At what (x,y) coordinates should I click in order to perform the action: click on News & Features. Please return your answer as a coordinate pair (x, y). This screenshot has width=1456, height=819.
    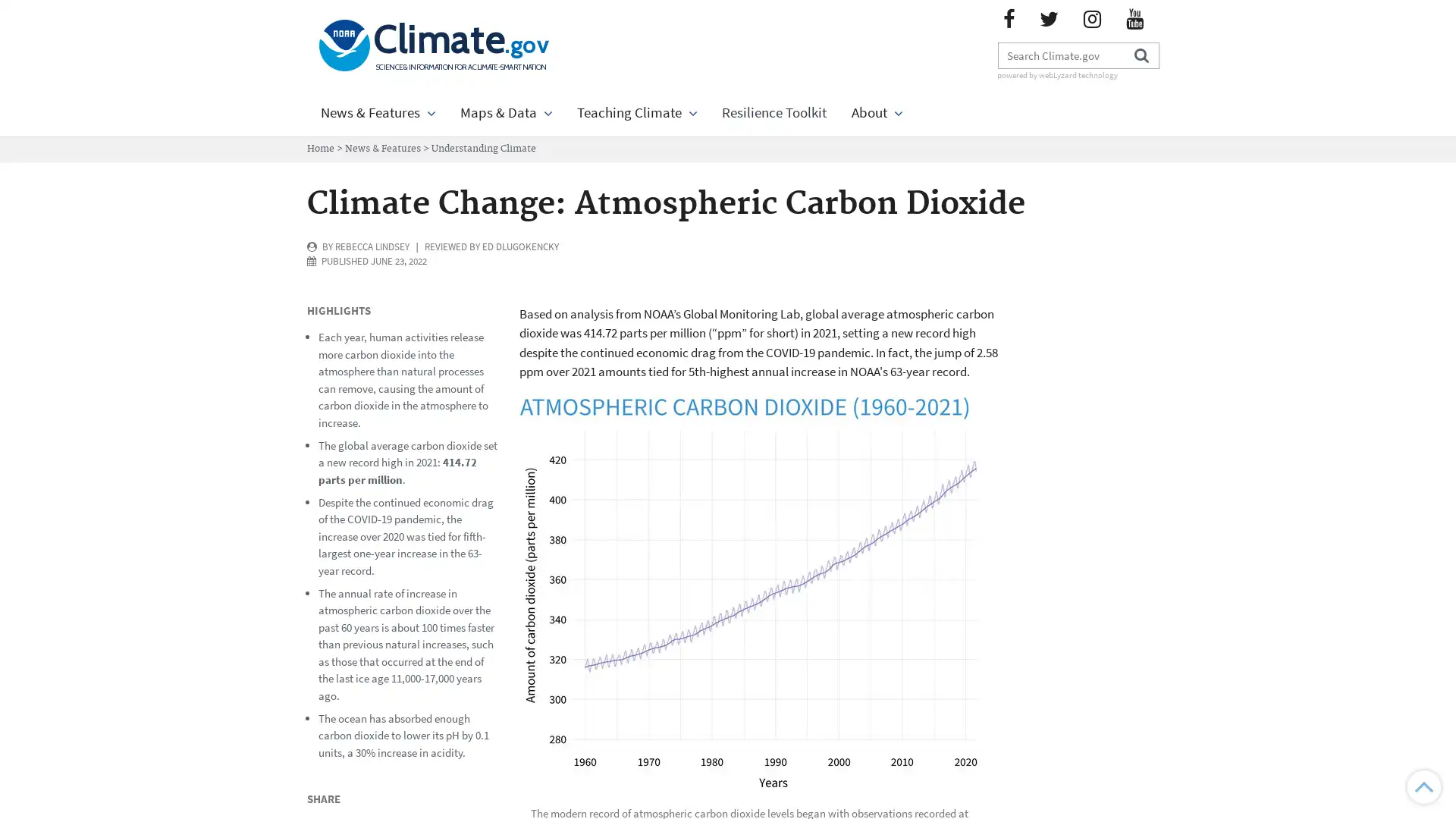
    Looking at the image, I should click on (378, 111).